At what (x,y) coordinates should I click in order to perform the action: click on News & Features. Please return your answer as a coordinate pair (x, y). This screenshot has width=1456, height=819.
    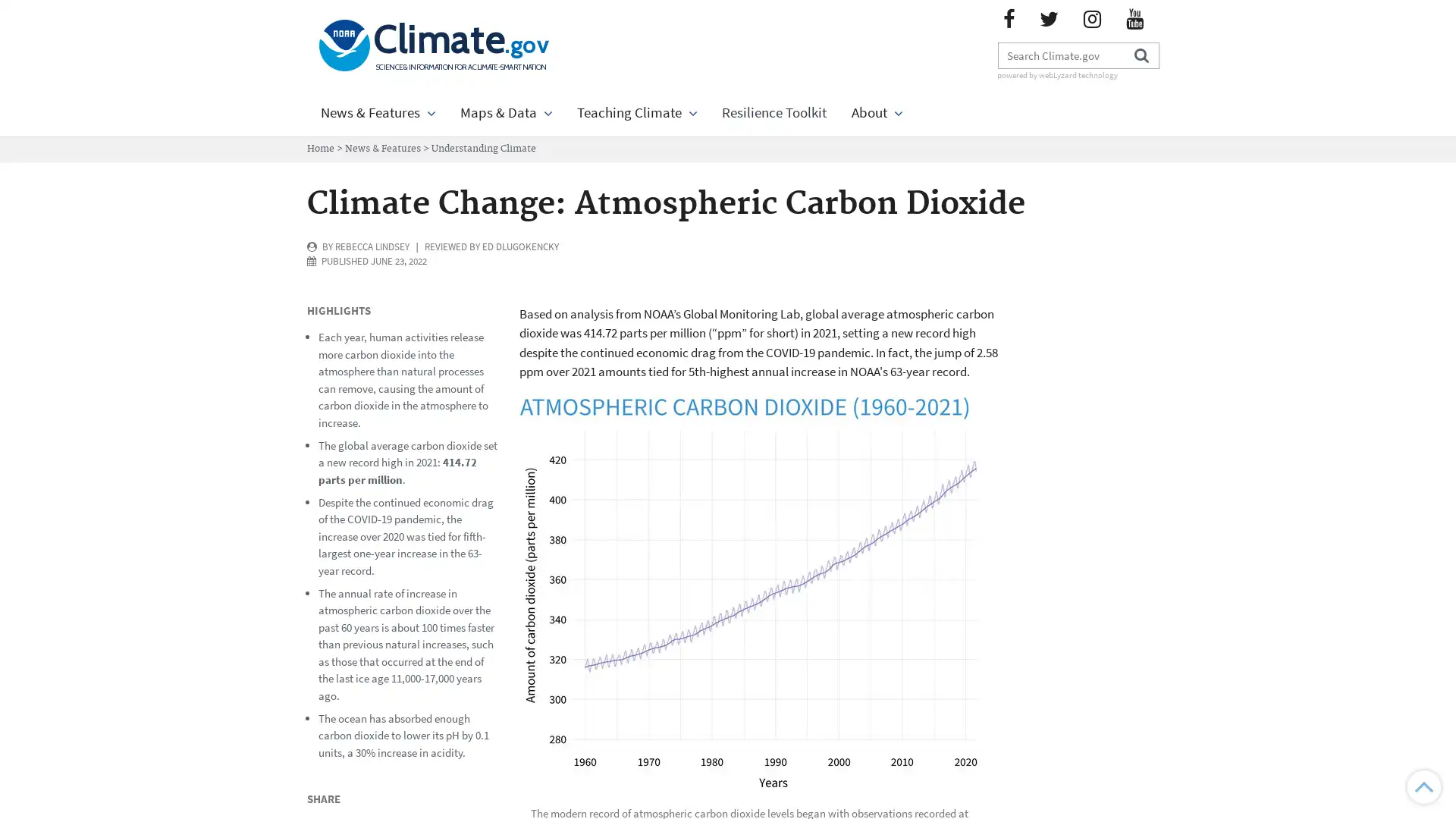
    Looking at the image, I should click on (378, 111).